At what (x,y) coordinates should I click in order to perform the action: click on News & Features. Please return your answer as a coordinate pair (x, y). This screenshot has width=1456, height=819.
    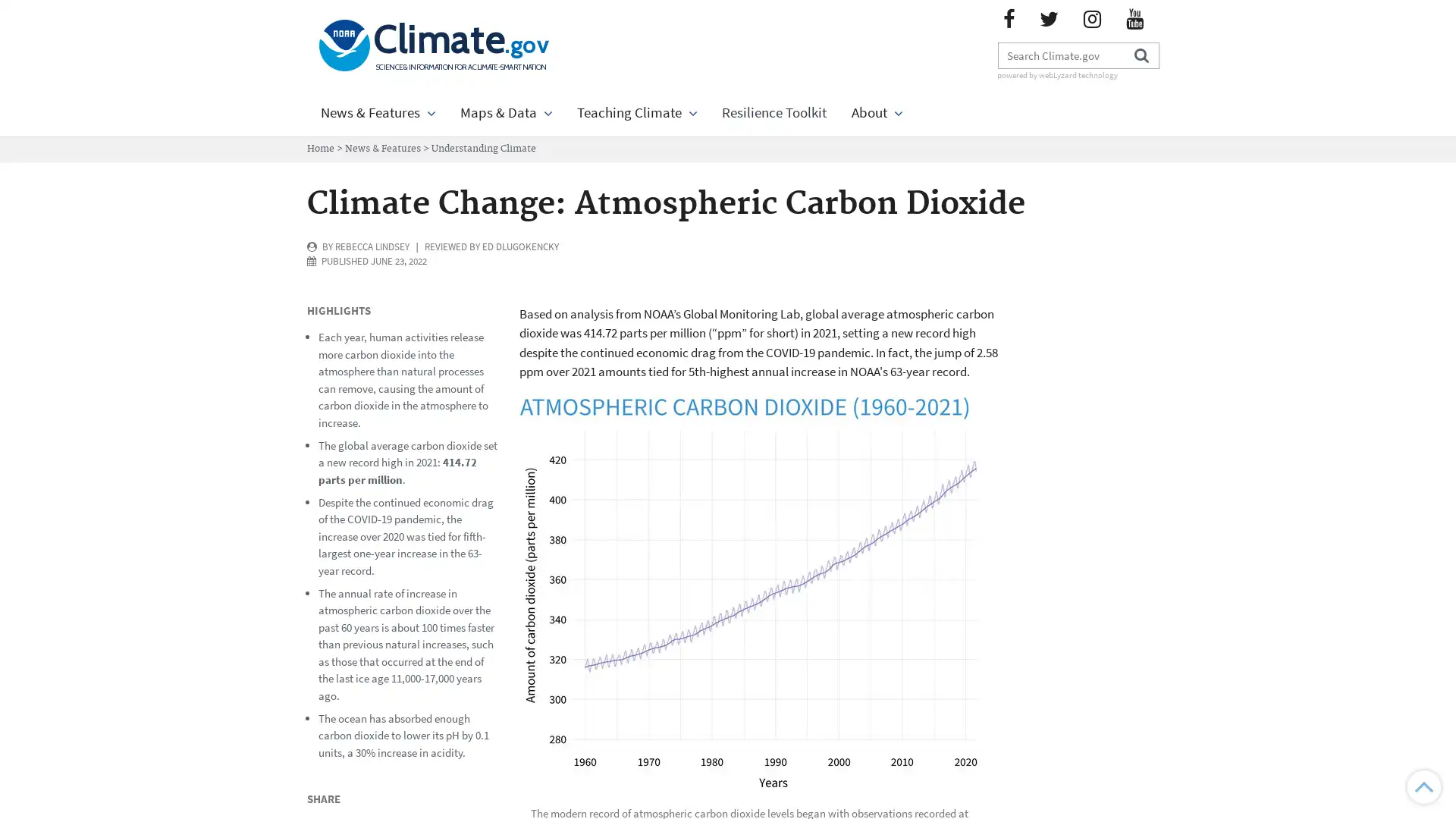
    Looking at the image, I should click on (378, 111).